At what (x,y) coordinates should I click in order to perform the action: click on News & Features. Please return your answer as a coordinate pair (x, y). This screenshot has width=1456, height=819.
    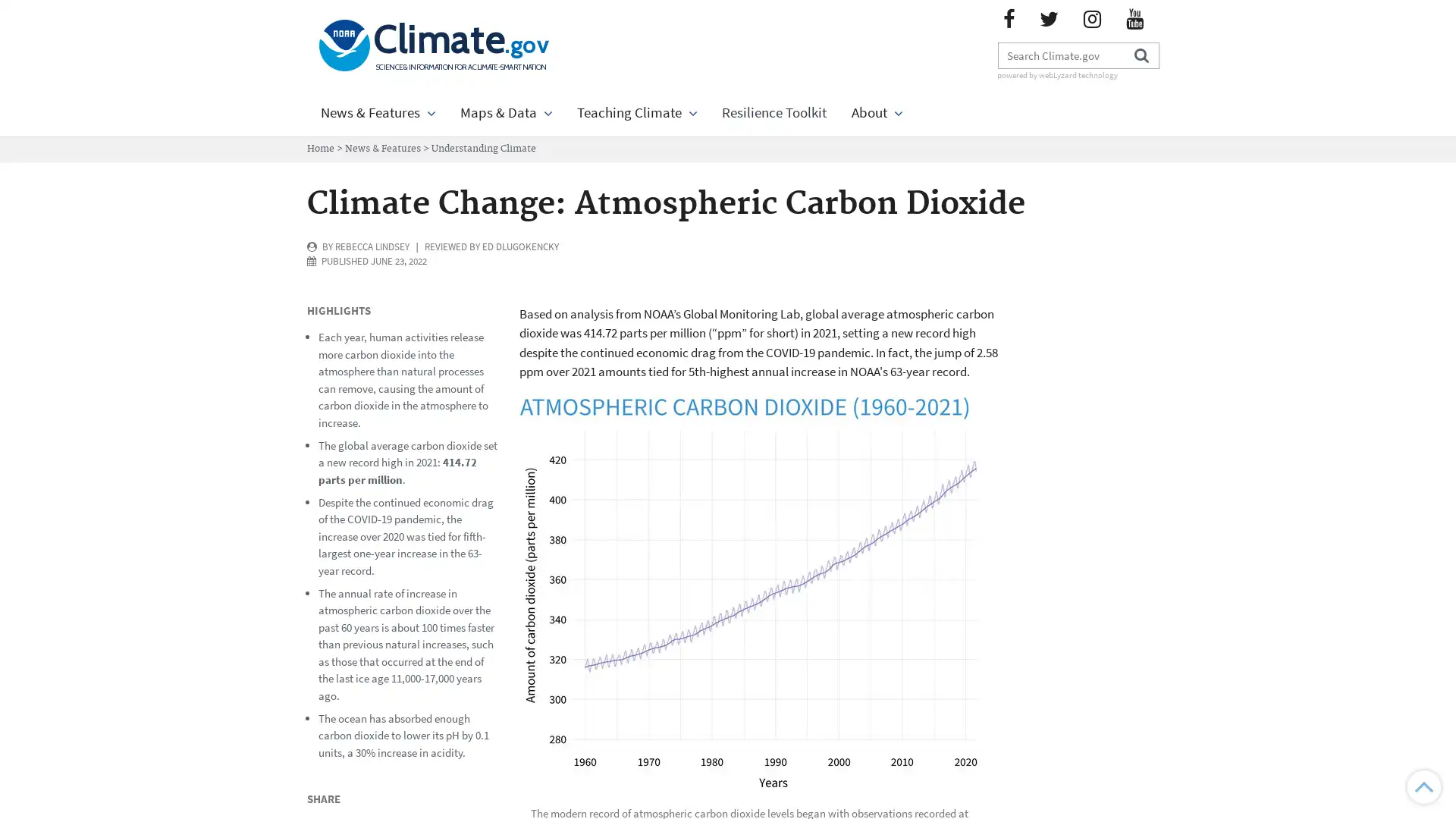
    Looking at the image, I should click on (378, 111).